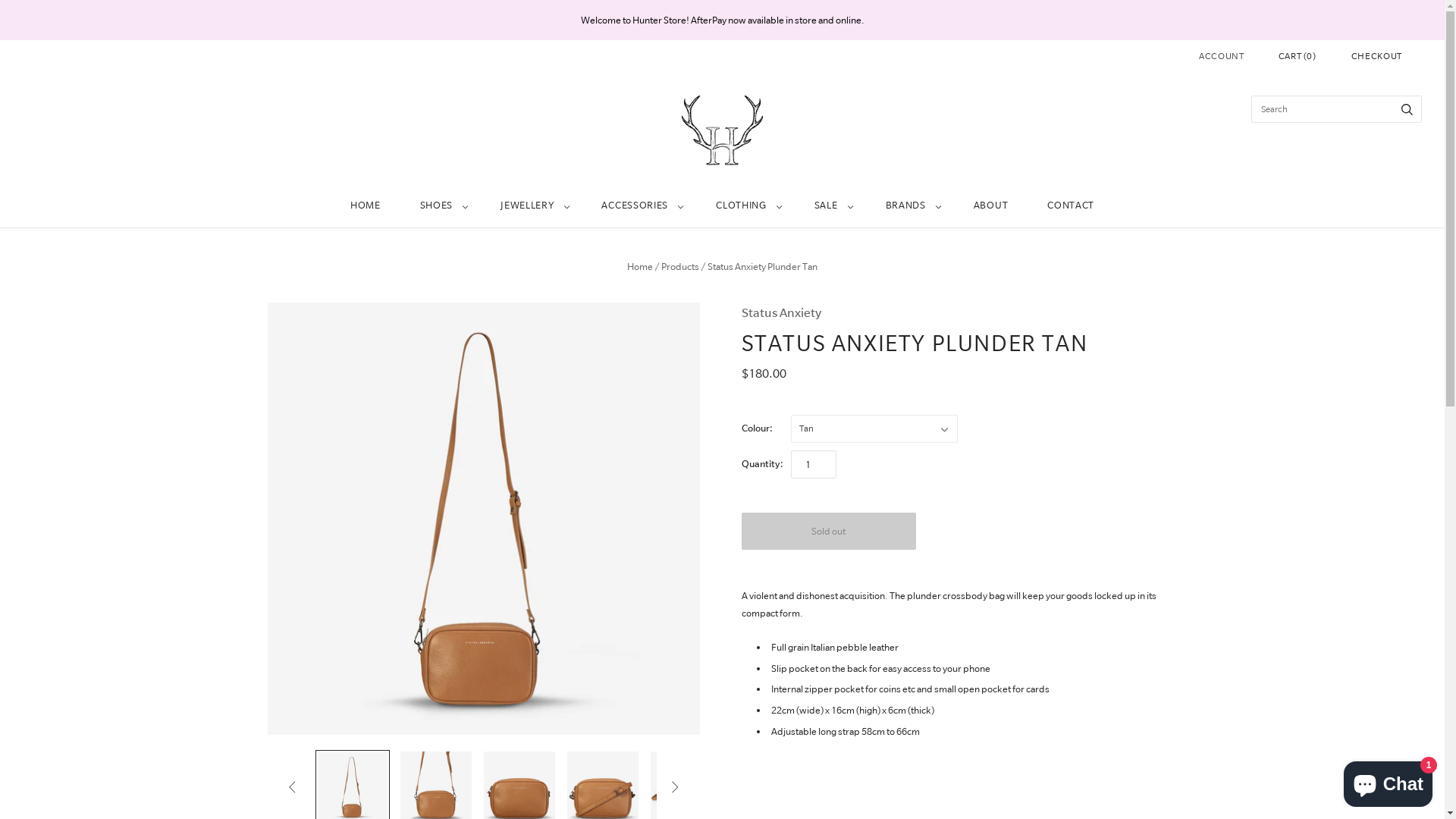  What do you see at coordinates (990, 206) in the screenshot?
I see `'ABOUT'` at bounding box center [990, 206].